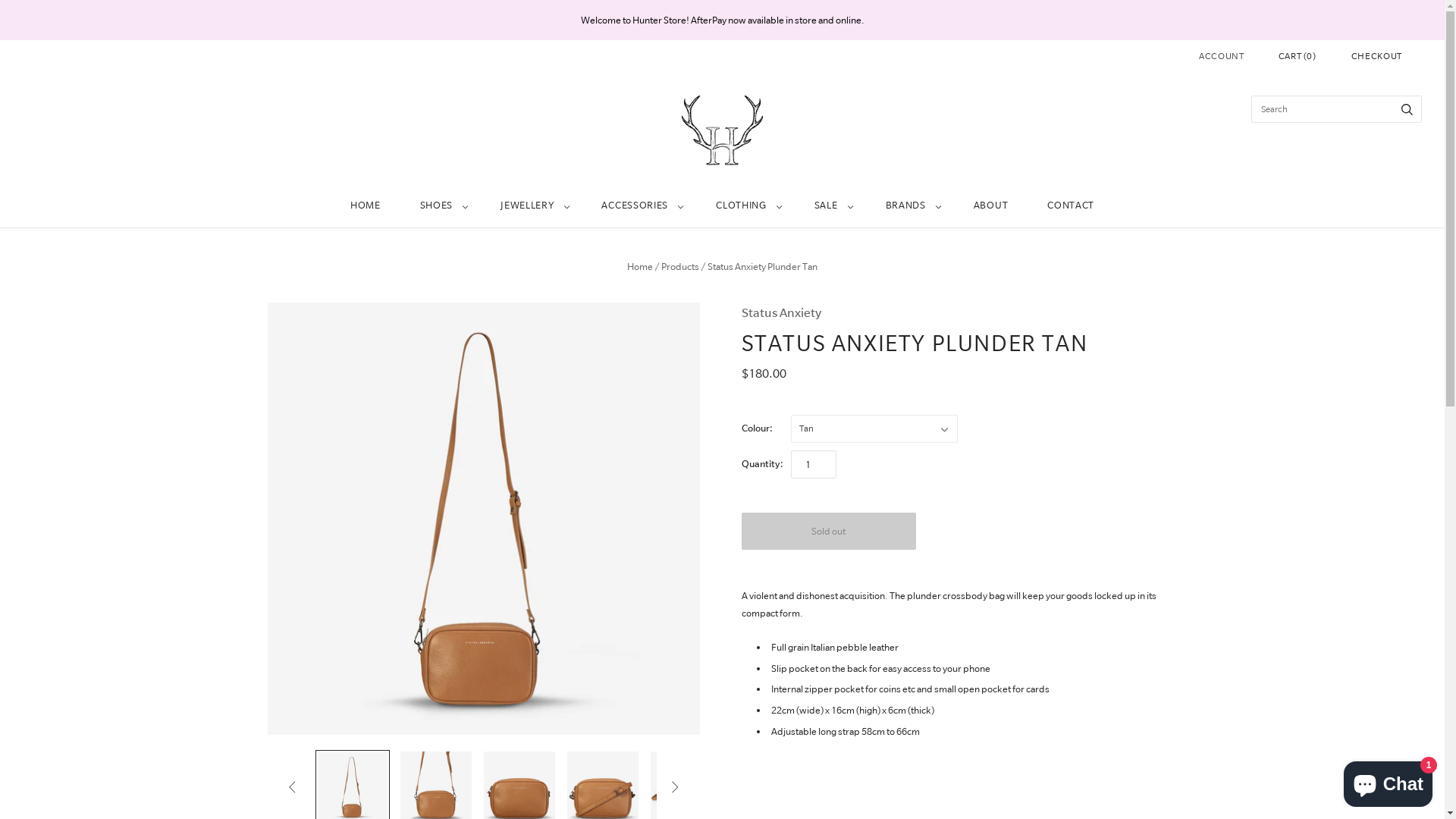  What do you see at coordinates (990, 206) in the screenshot?
I see `'ABOUT'` at bounding box center [990, 206].